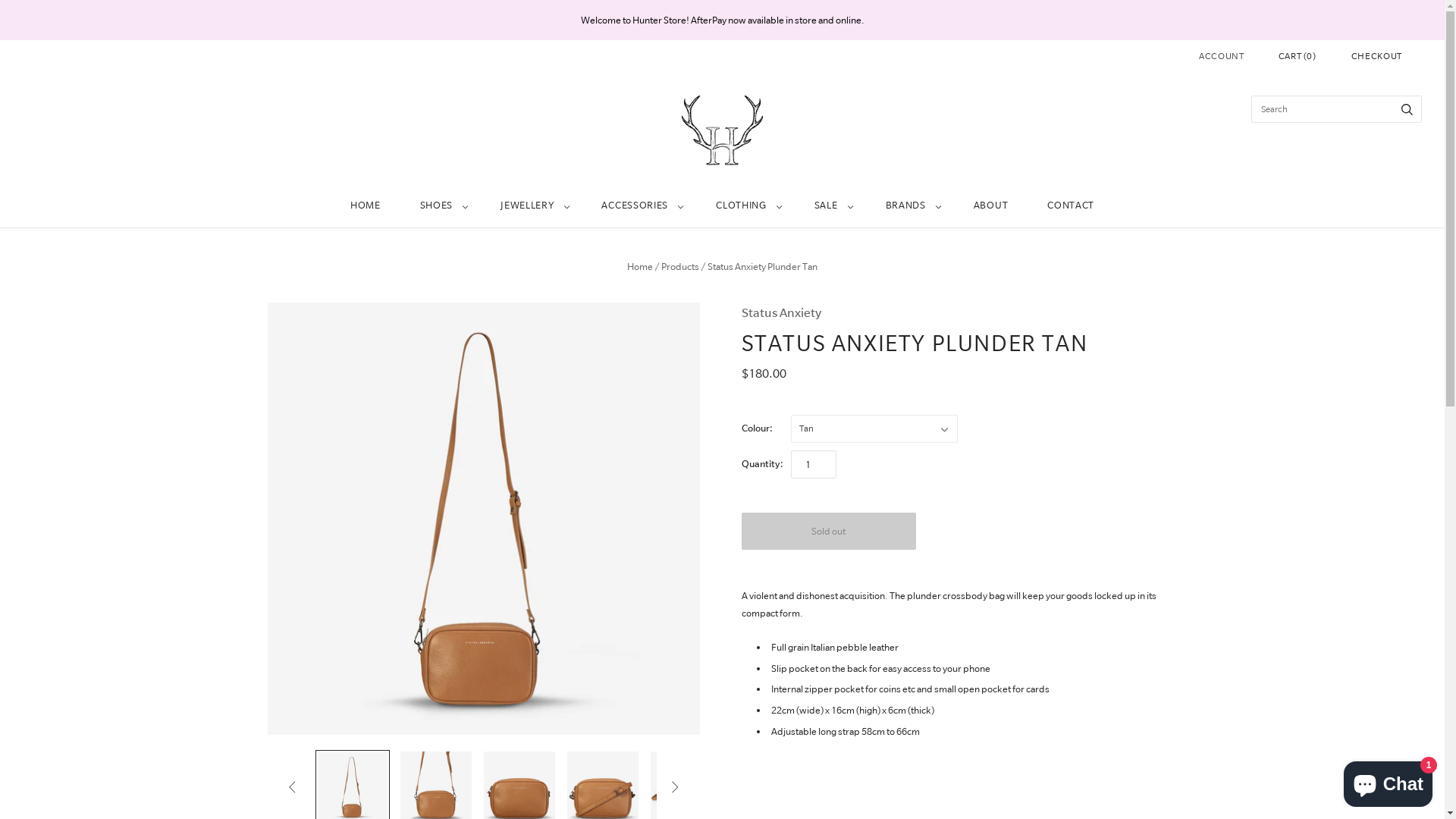  What do you see at coordinates (990, 206) in the screenshot?
I see `'ABOUT'` at bounding box center [990, 206].